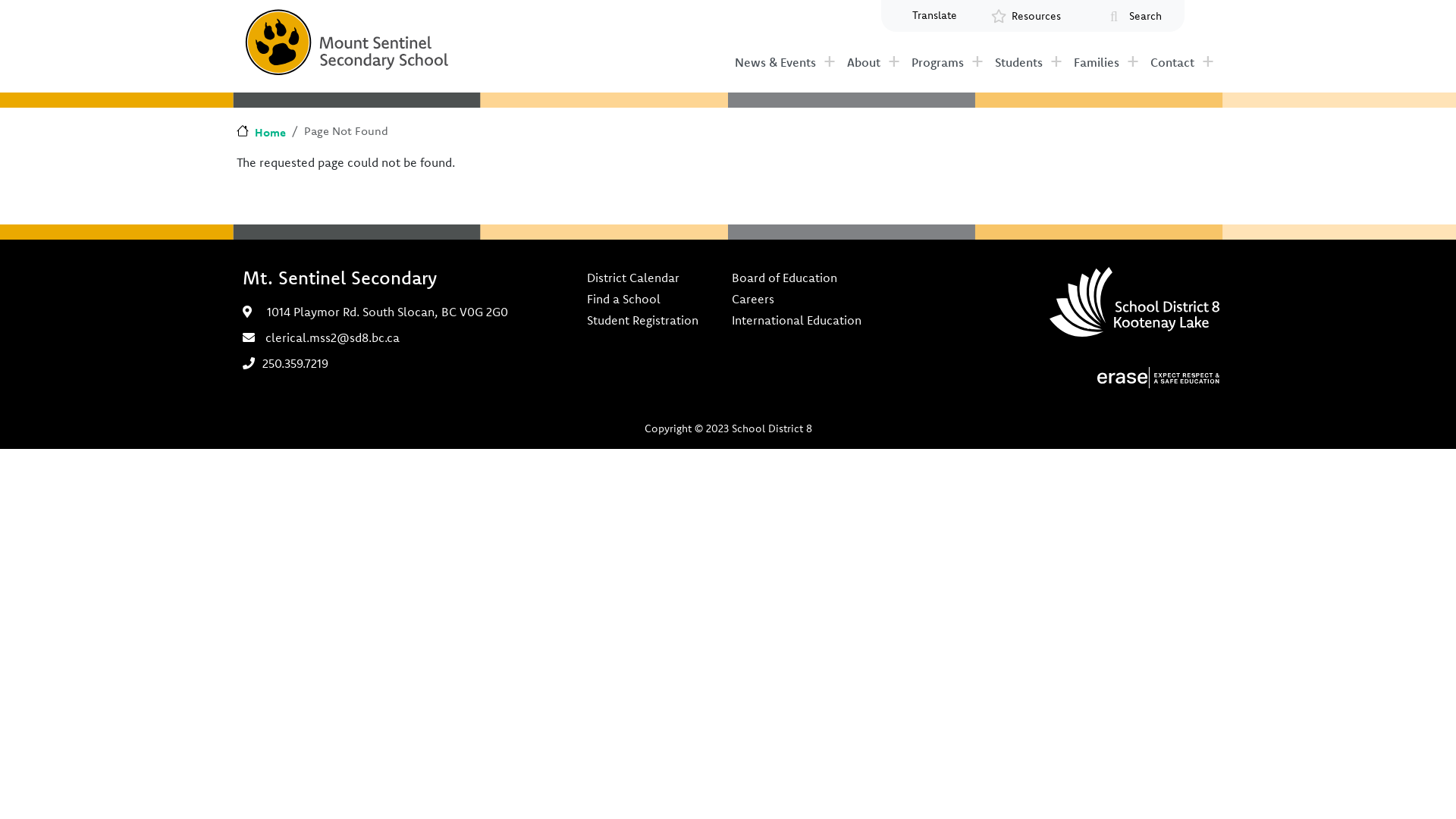  Describe the element at coordinates (585, 318) in the screenshot. I see `'Student Registration'` at that location.